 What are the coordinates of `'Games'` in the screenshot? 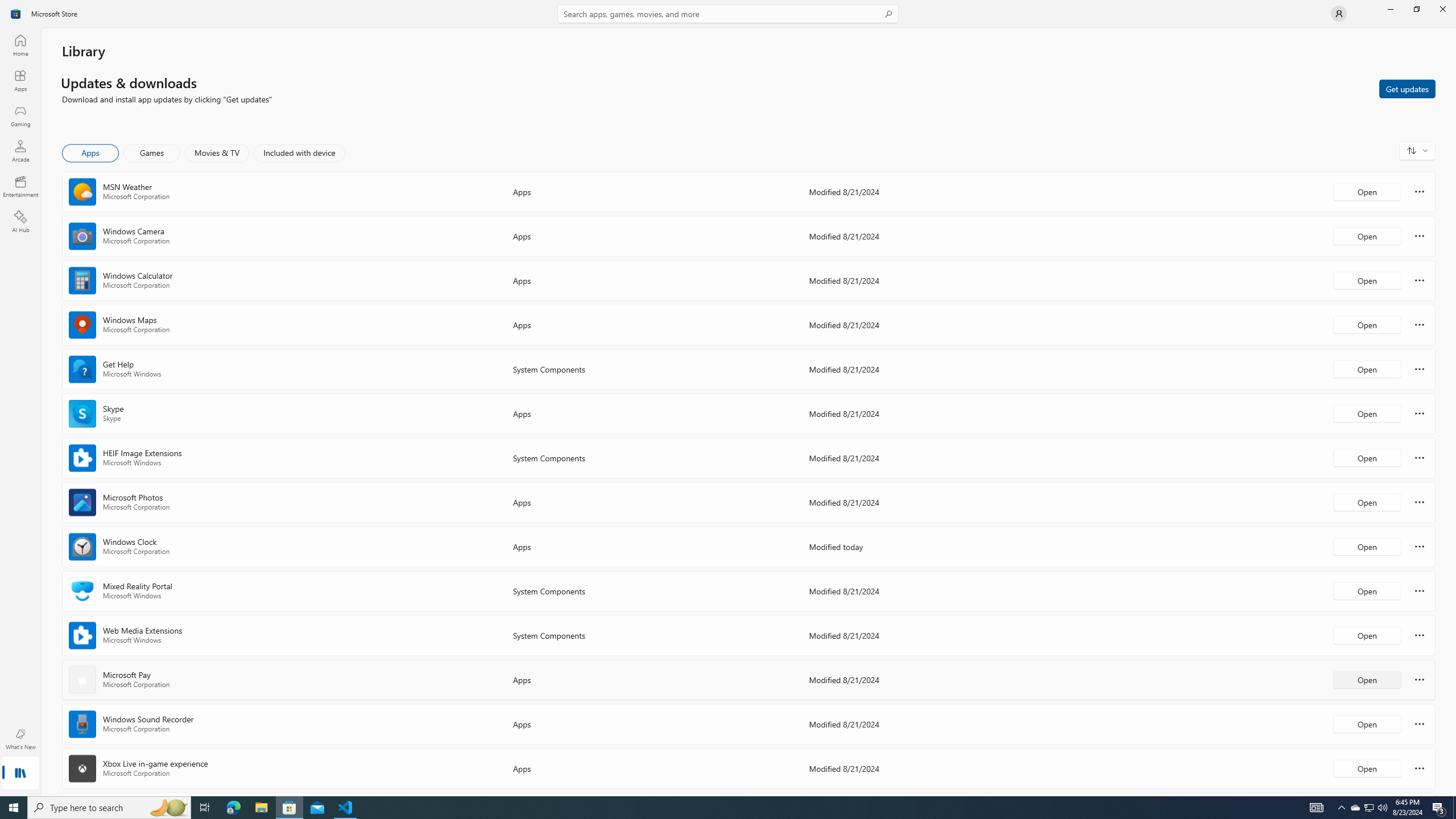 It's located at (151, 152).